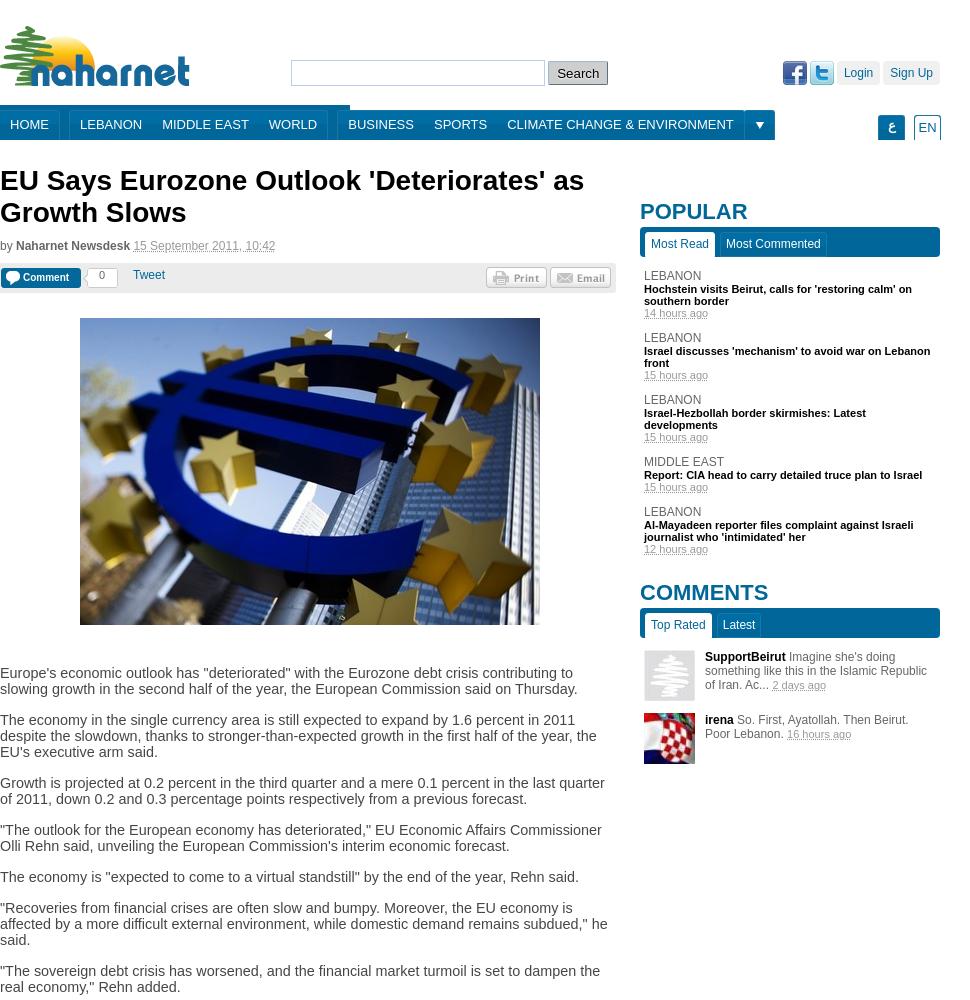 The image size is (970, 1000). What do you see at coordinates (0, 195) in the screenshot?
I see `'EU Says Eurozone Outlook 'Deteriorates' as Growth Slows'` at bounding box center [0, 195].